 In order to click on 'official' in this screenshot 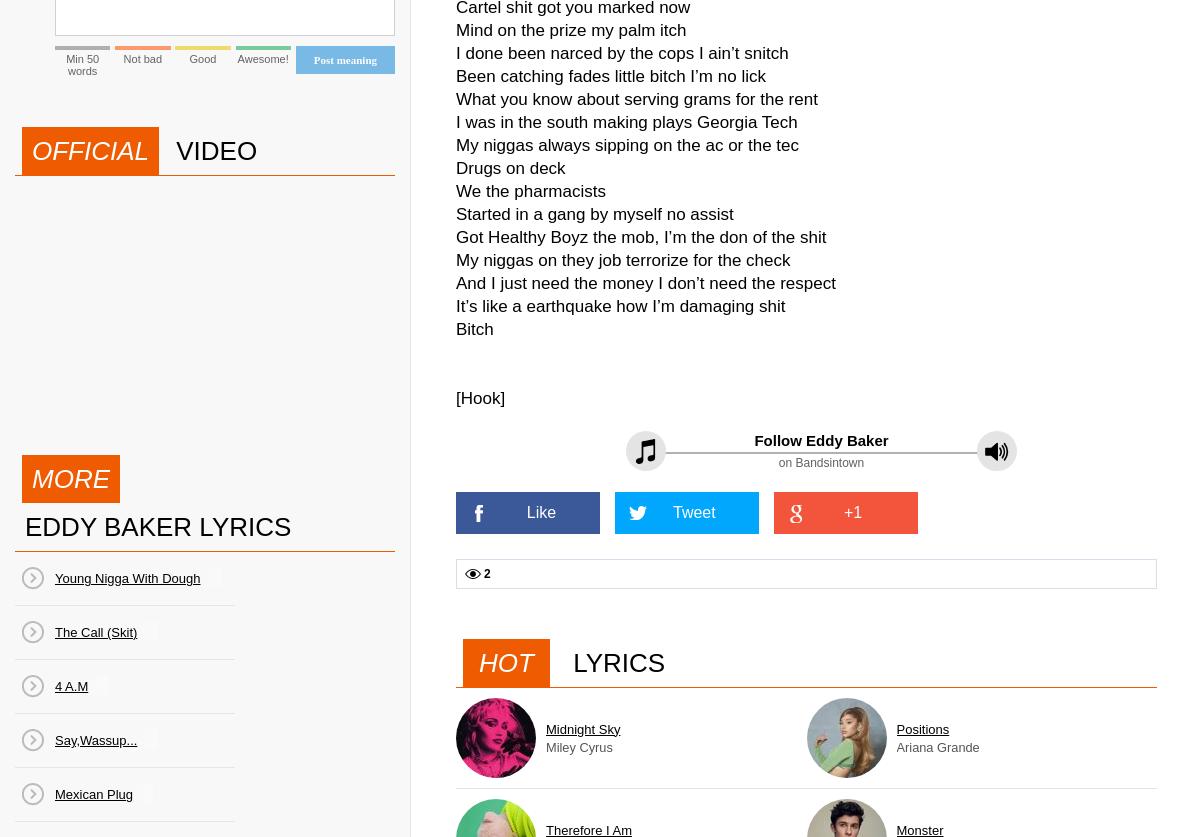, I will do `click(89, 149)`.